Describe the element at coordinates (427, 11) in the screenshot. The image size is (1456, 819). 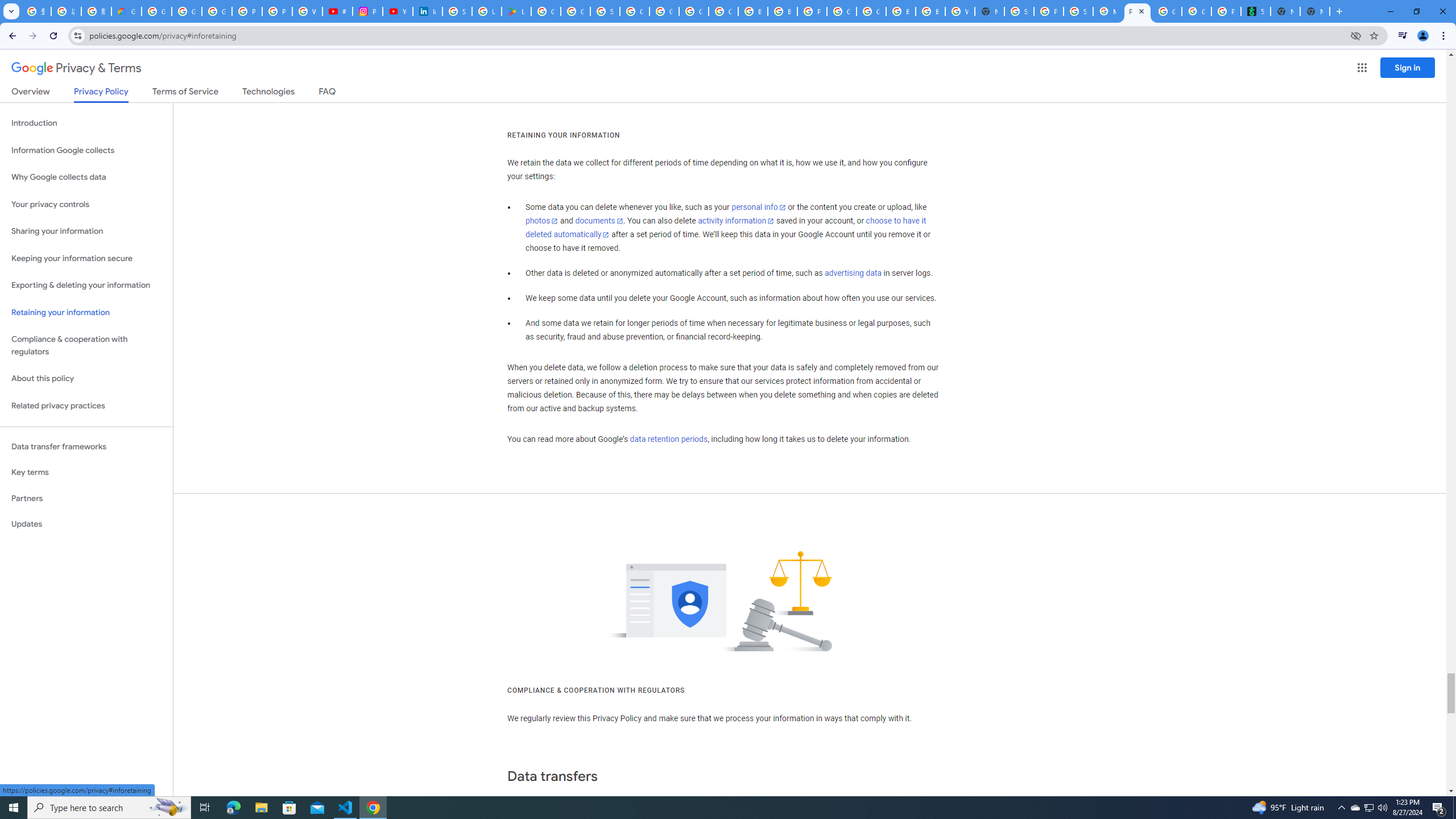
I see `'Identity verification via Persona | LinkedIn Help'` at that location.